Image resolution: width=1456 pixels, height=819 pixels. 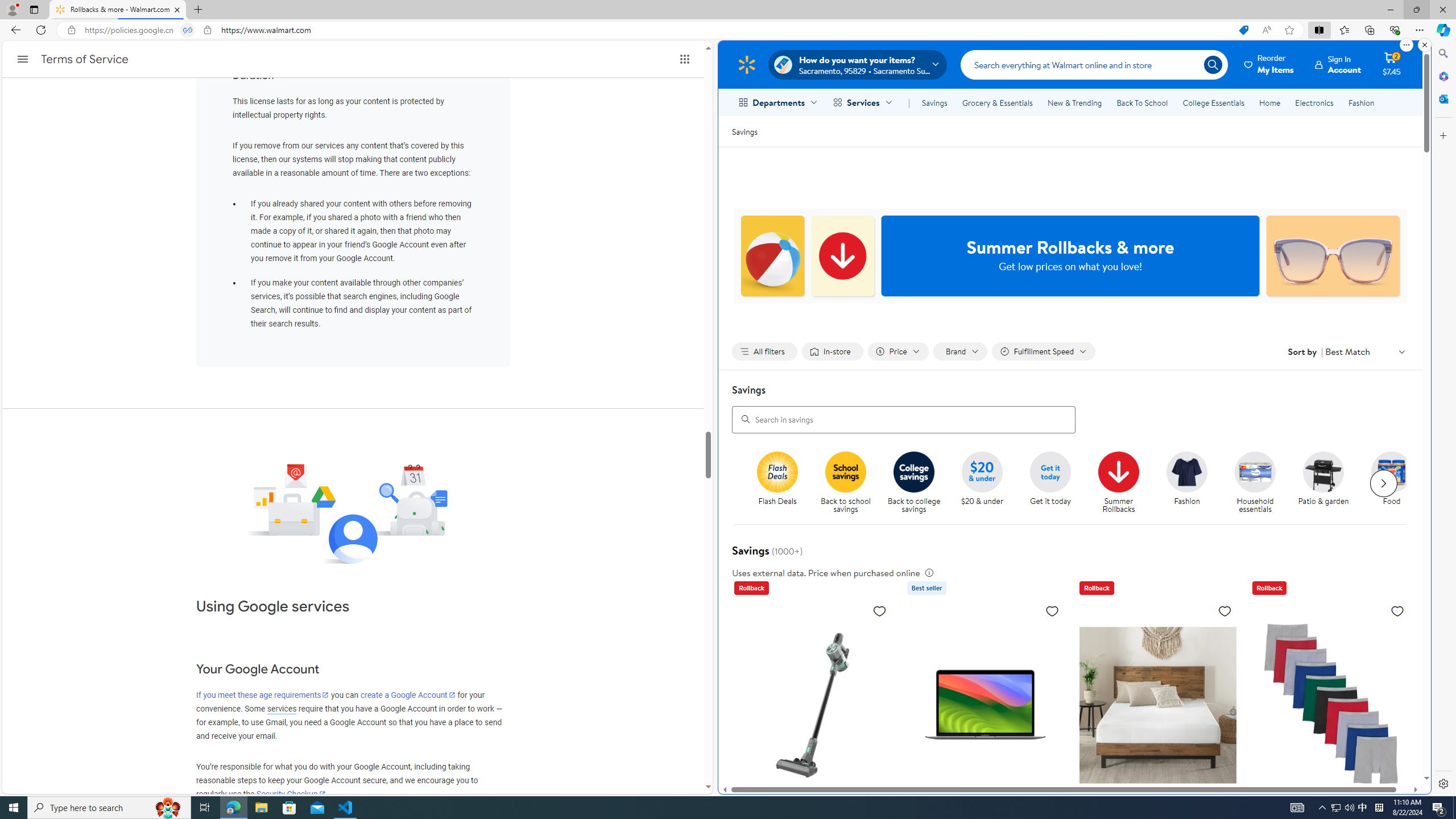 What do you see at coordinates (1442, 53) in the screenshot?
I see `'Close Search pane'` at bounding box center [1442, 53].